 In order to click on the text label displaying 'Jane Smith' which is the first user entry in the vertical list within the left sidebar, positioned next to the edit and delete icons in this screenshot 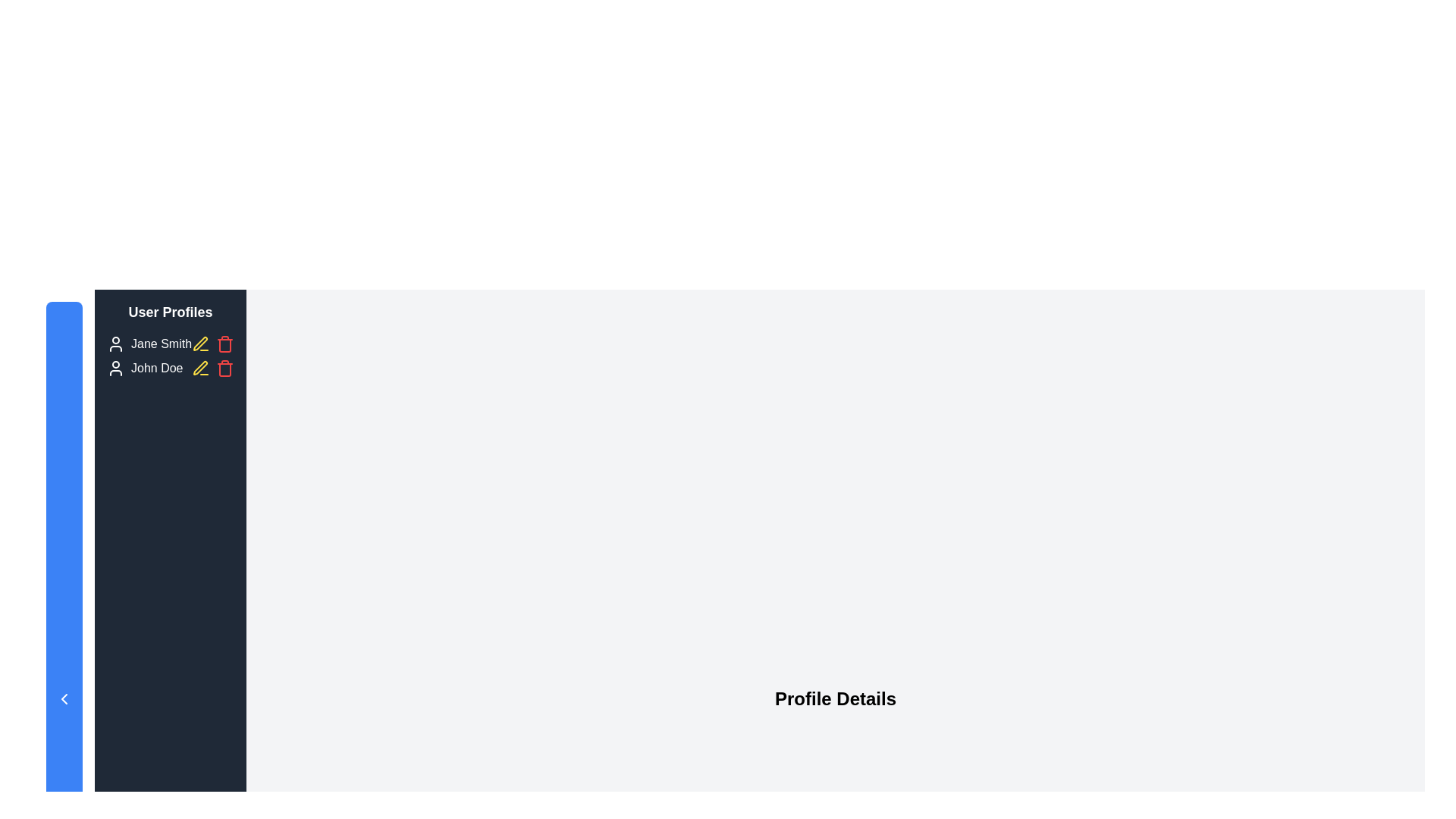, I will do `click(161, 344)`.